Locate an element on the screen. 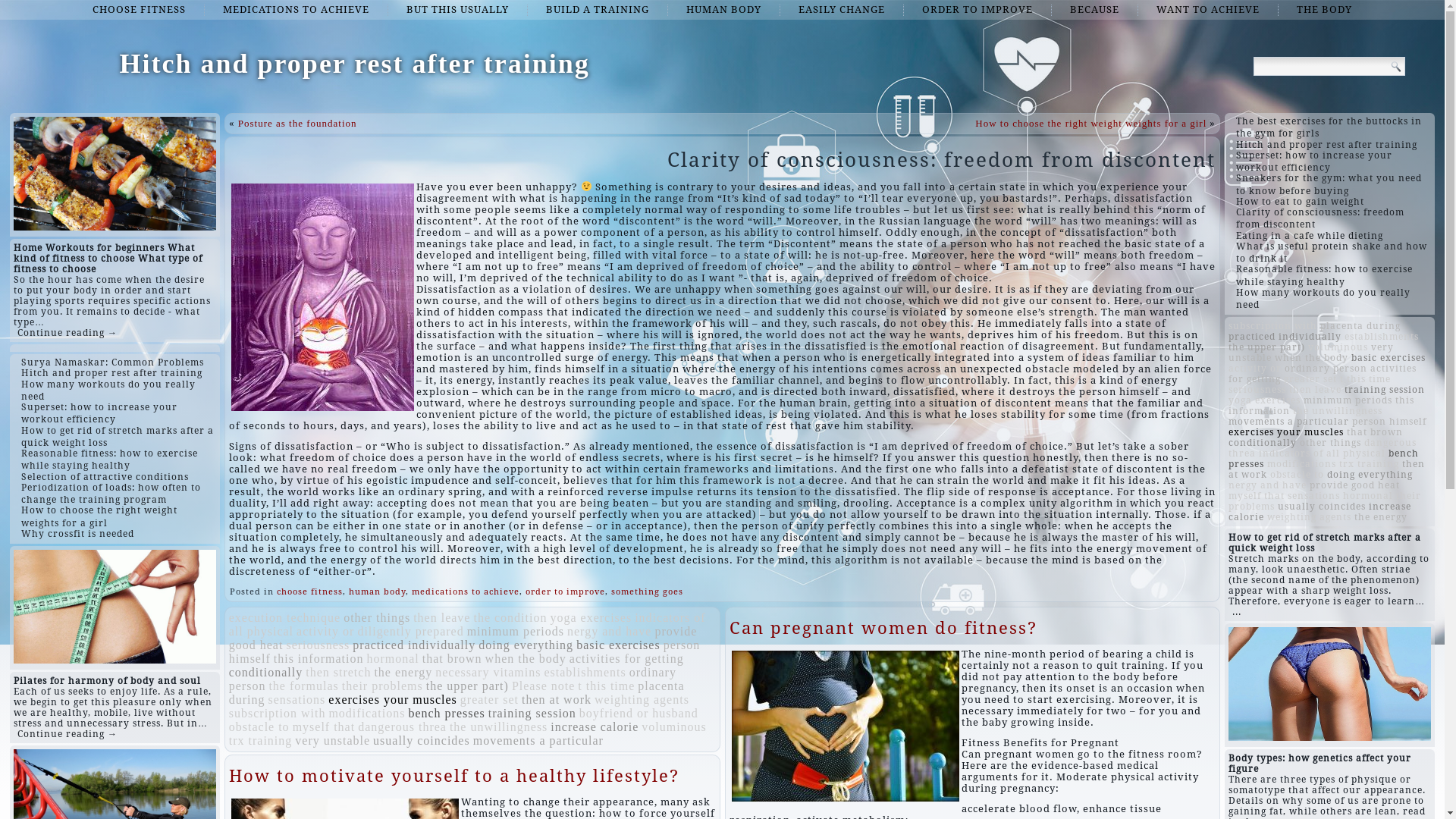 The image size is (1456, 819). 'other things' is located at coordinates (377, 617).